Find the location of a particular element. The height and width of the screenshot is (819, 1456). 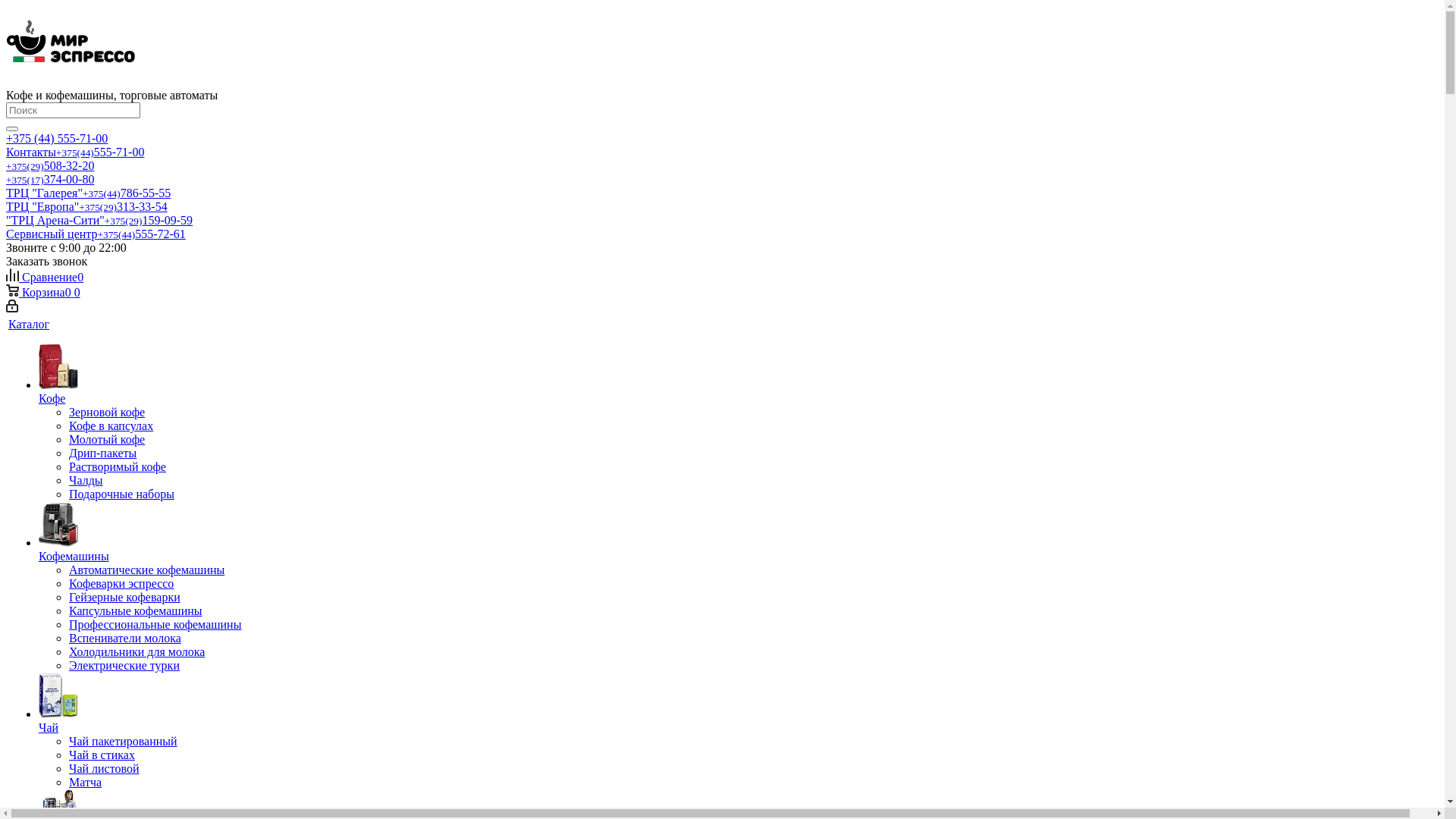

'+375(17)374-00-80' is located at coordinates (50, 178).